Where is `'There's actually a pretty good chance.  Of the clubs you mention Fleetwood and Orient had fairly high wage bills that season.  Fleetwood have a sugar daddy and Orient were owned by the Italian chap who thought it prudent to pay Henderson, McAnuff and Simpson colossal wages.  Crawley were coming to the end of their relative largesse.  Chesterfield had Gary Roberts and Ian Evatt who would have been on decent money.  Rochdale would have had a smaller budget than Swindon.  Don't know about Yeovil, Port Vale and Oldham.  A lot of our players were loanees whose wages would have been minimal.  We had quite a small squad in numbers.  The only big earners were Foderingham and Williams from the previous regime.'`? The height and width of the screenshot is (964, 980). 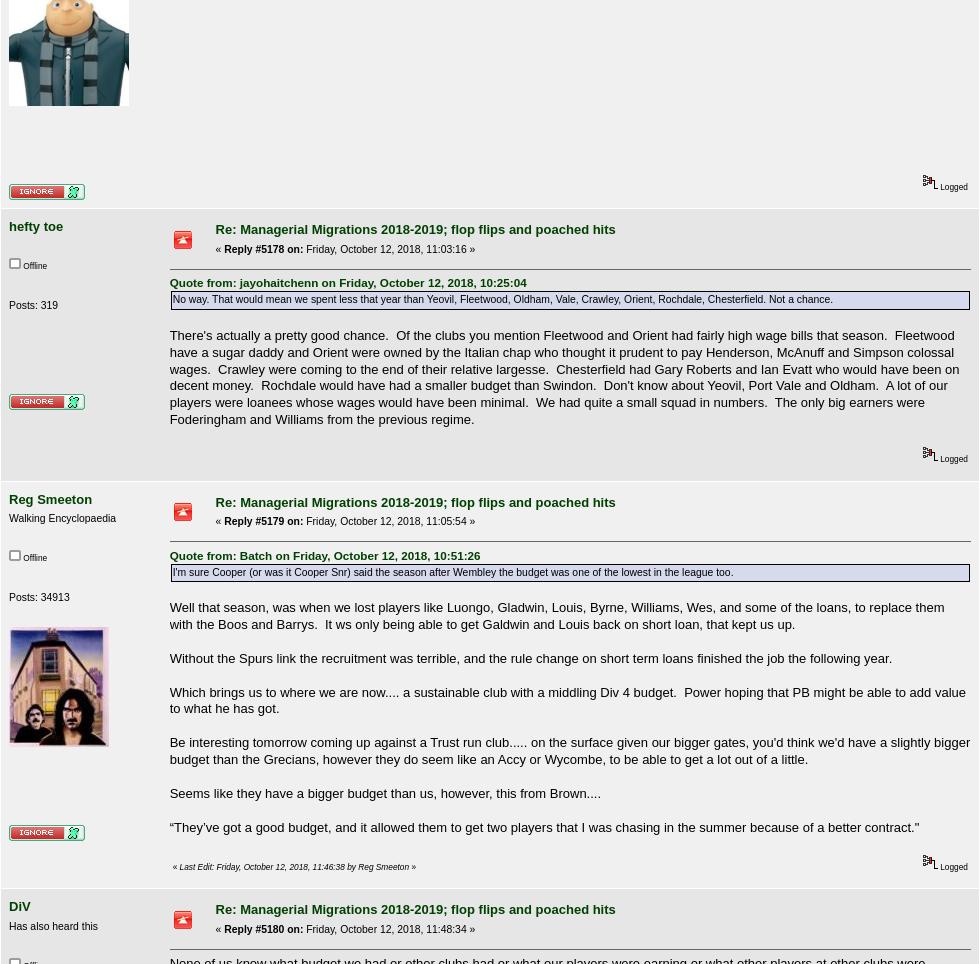
'There's actually a pretty good chance.  Of the clubs you mention Fleetwood and Orient had fairly high wage bills that season.  Fleetwood have a sugar daddy and Orient were owned by the Italian chap who thought it prudent to pay Henderson, McAnuff and Simpson colossal wages.  Crawley were coming to the end of their relative largesse.  Chesterfield had Gary Roberts and Ian Evatt who would have been on decent money.  Rochdale would have had a smaller budget than Swindon.  Don't know about Yeovil, Port Vale and Oldham.  A lot of our players were loanees whose wages would have been minimal.  We had quite a small squad in numbers.  The only big earners were Foderingham and Williams from the previous regime.' is located at coordinates (563, 377).